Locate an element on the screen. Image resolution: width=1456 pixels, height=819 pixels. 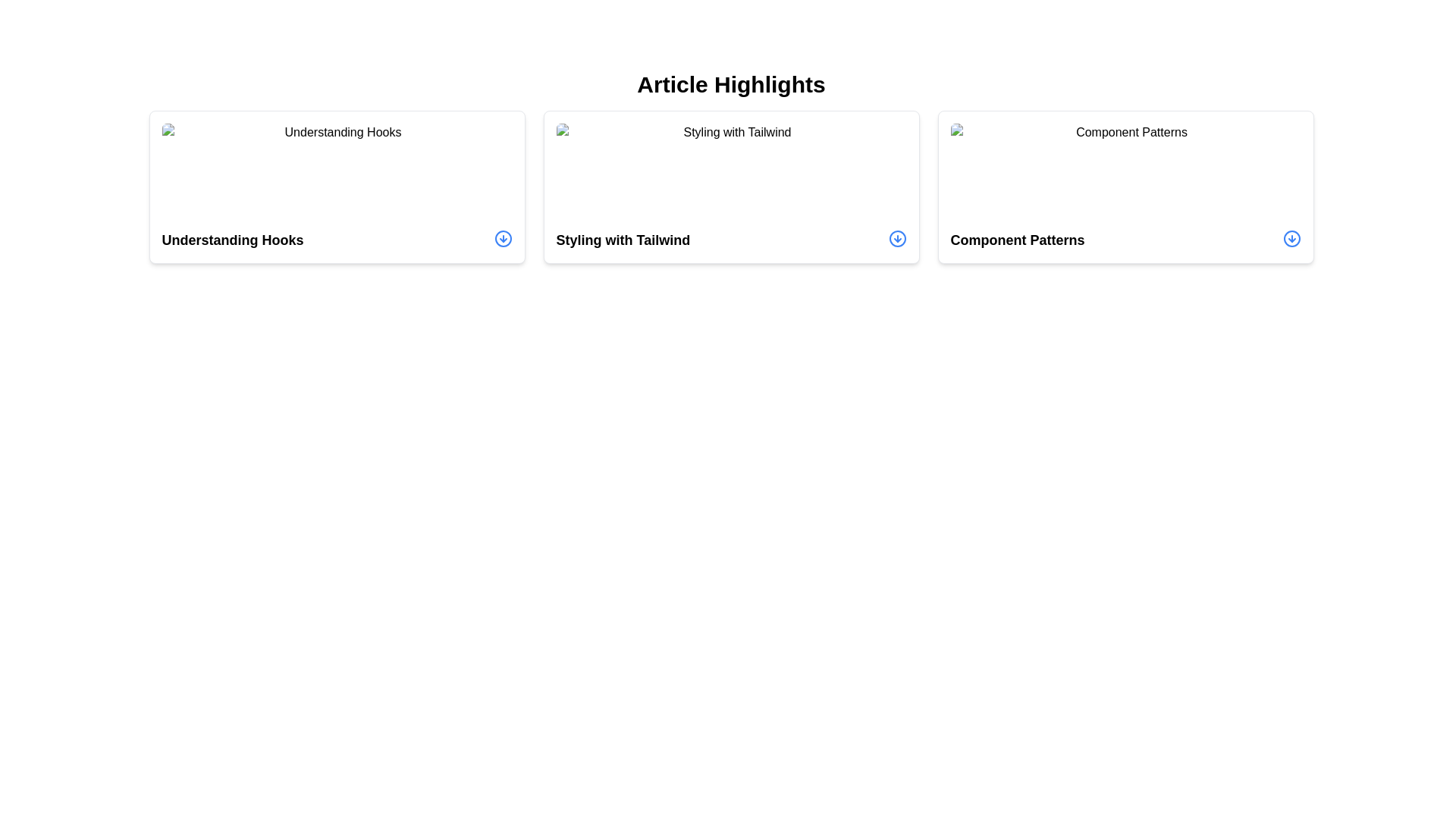
the SVG circular arrow icon located in the bottom right corner of the 'Component Patterns' card, which indicates a downward action for downloading or revealing additional content is located at coordinates (1291, 239).